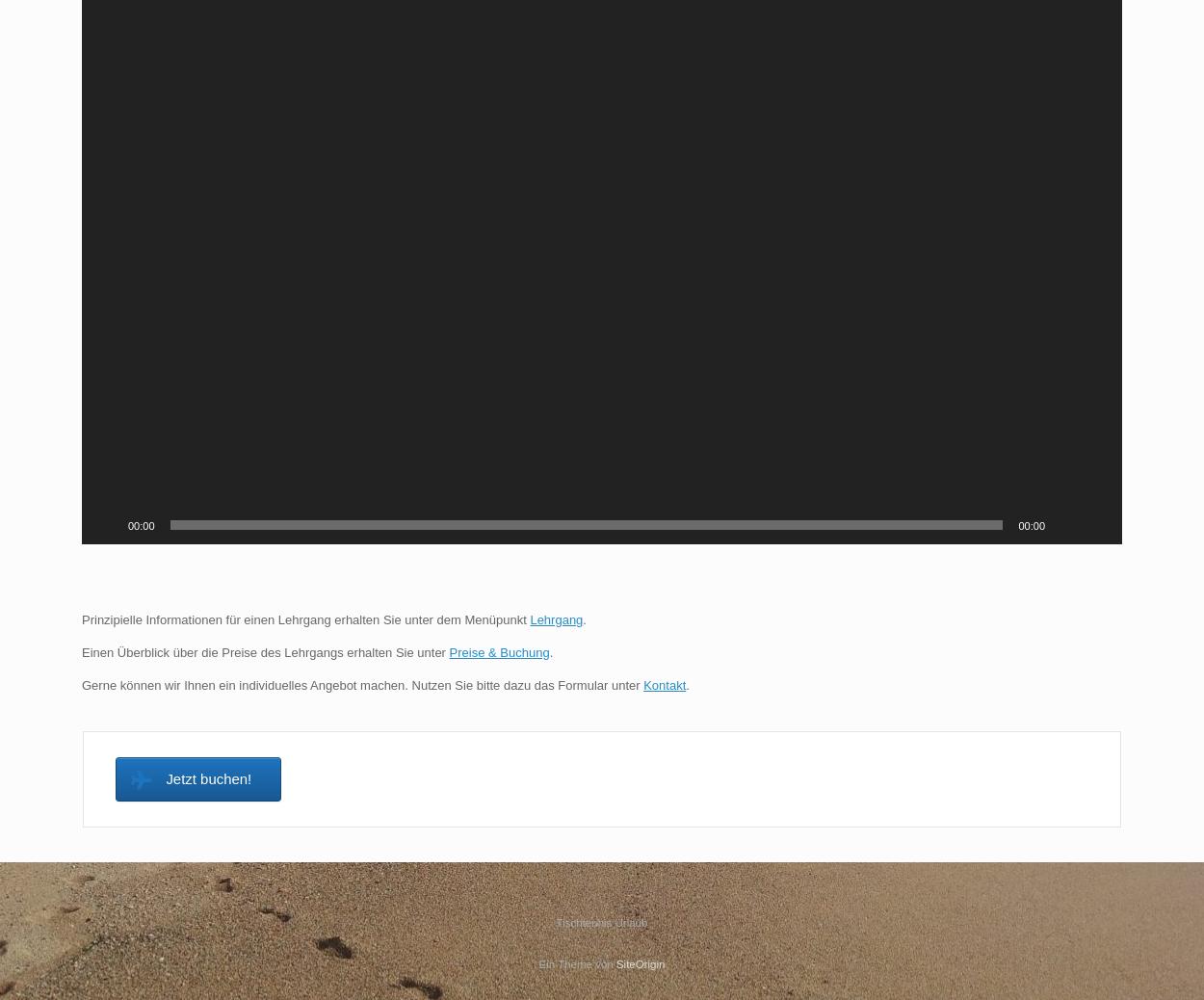 The image size is (1204, 1000). Describe the element at coordinates (362, 683) in the screenshot. I see `'Gerne können wir Ihnen ein individuelles Angebot machen. Nutzen Sie bitte dazu das Formular unter'` at that location.